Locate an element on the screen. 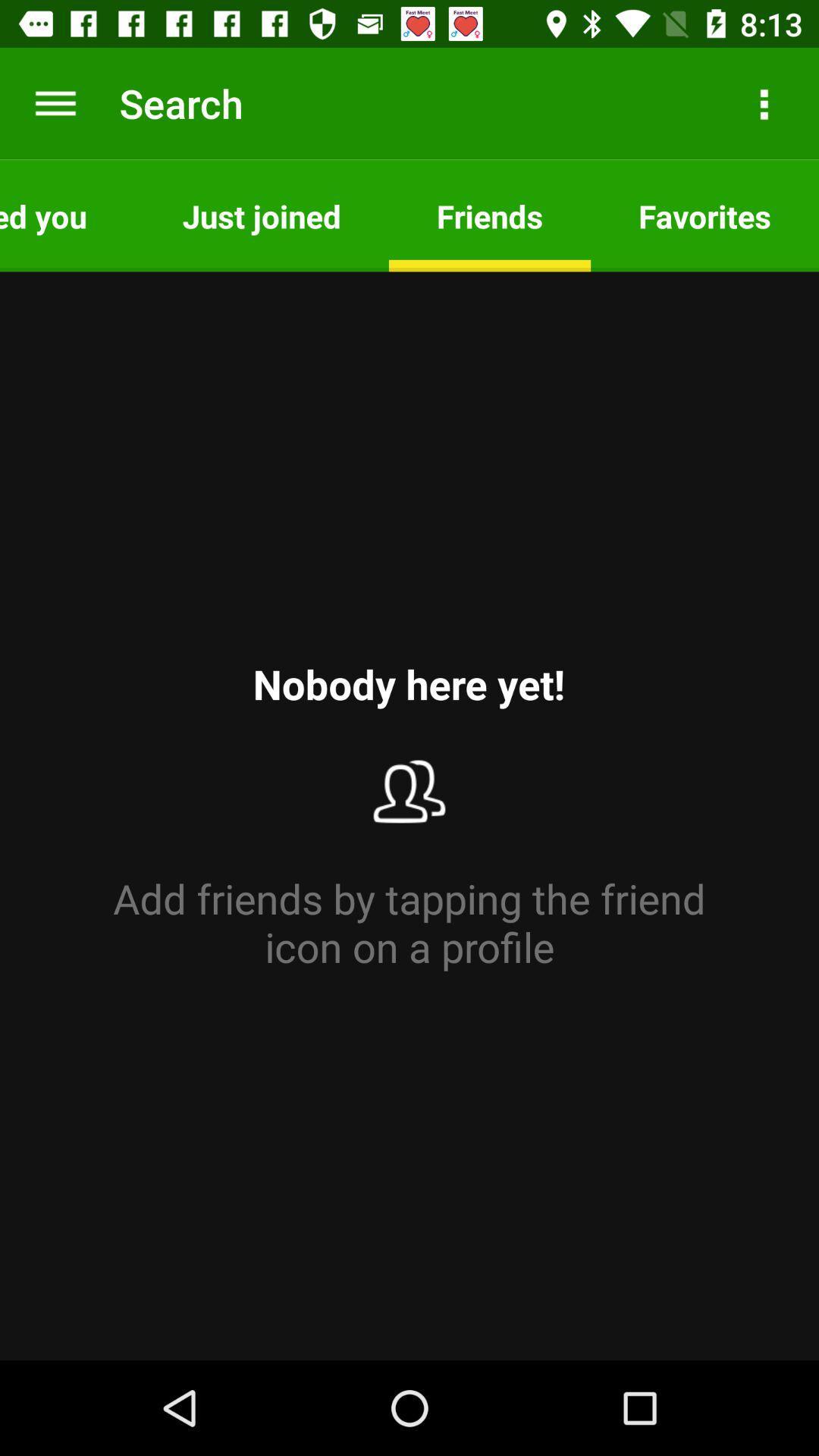 The height and width of the screenshot is (1456, 819). the app next to friends icon is located at coordinates (261, 215).